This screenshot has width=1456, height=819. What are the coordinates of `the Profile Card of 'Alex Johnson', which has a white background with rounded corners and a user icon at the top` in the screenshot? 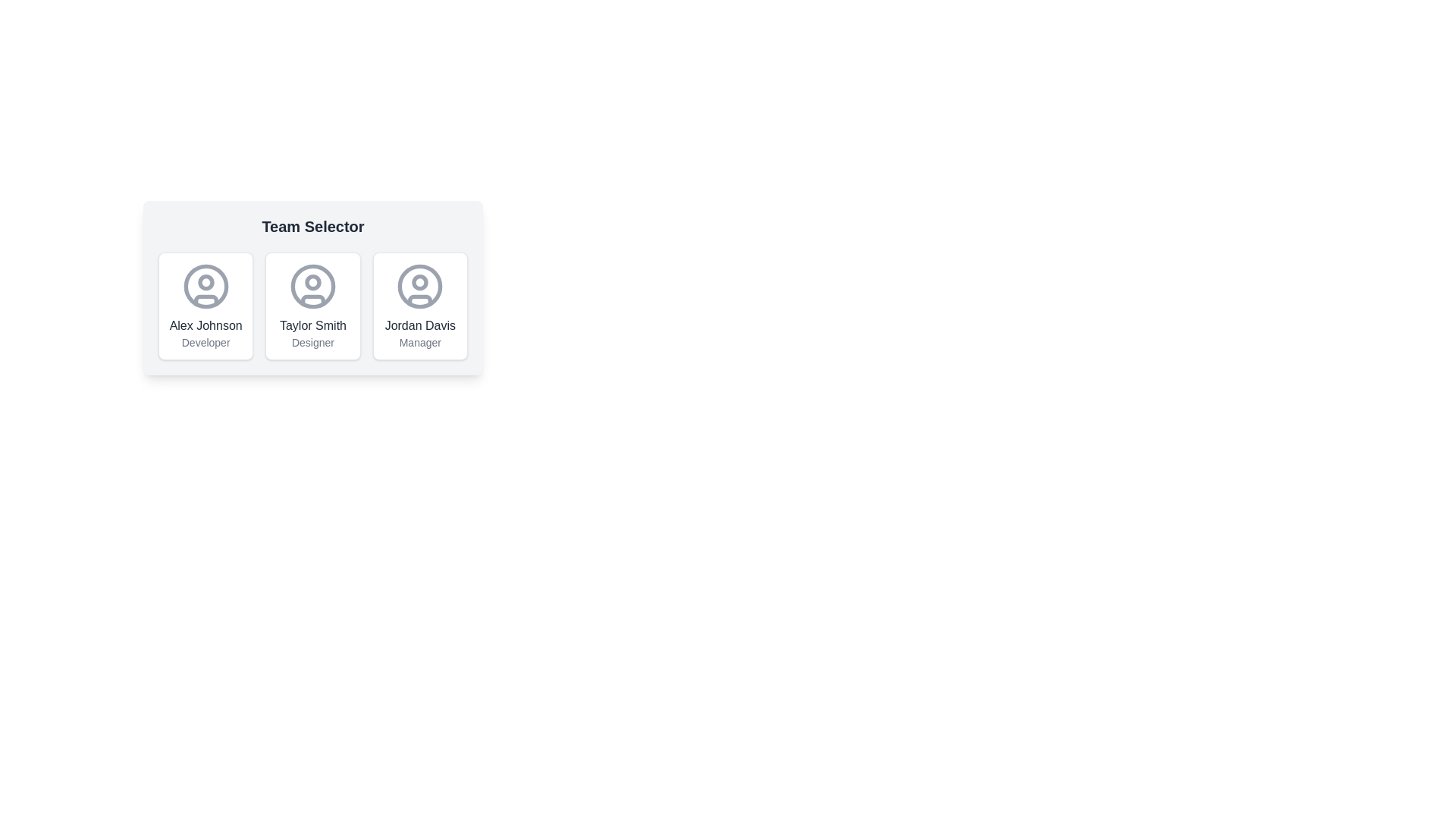 It's located at (205, 306).